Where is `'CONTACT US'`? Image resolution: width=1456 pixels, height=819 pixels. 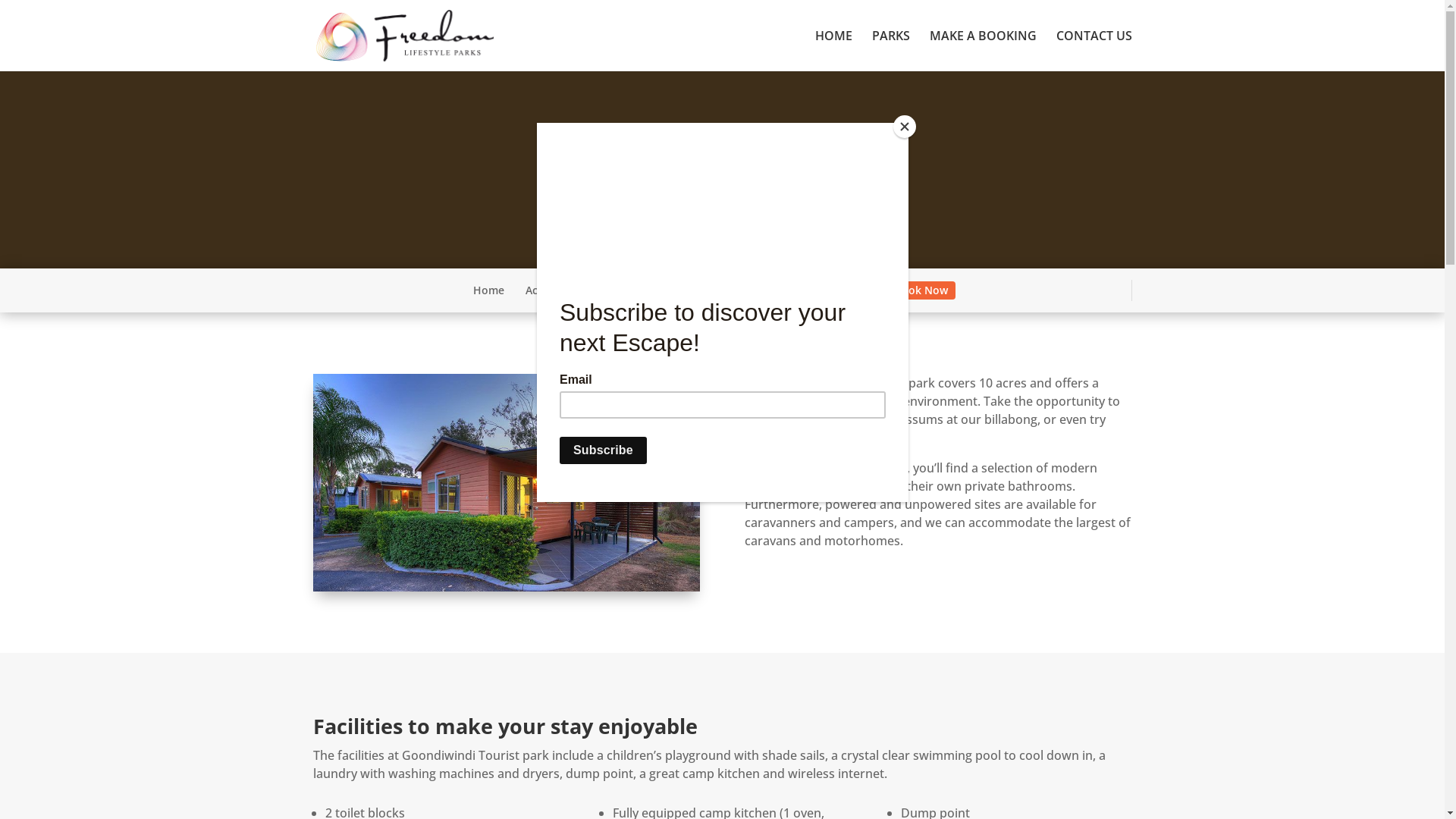 'CONTACT US' is located at coordinates (1093, 49).